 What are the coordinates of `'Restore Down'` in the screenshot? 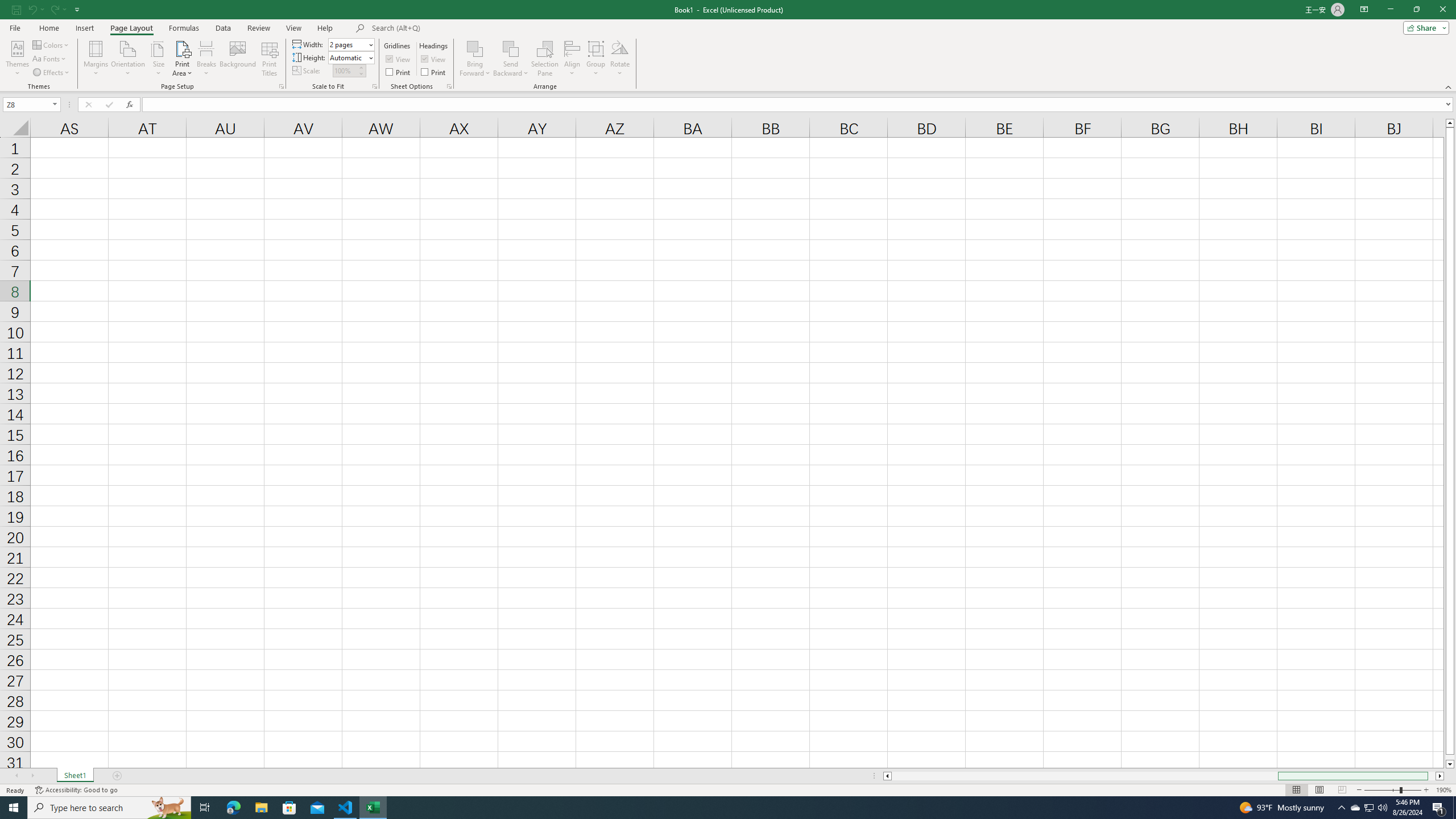 It's located at (1416, 9).